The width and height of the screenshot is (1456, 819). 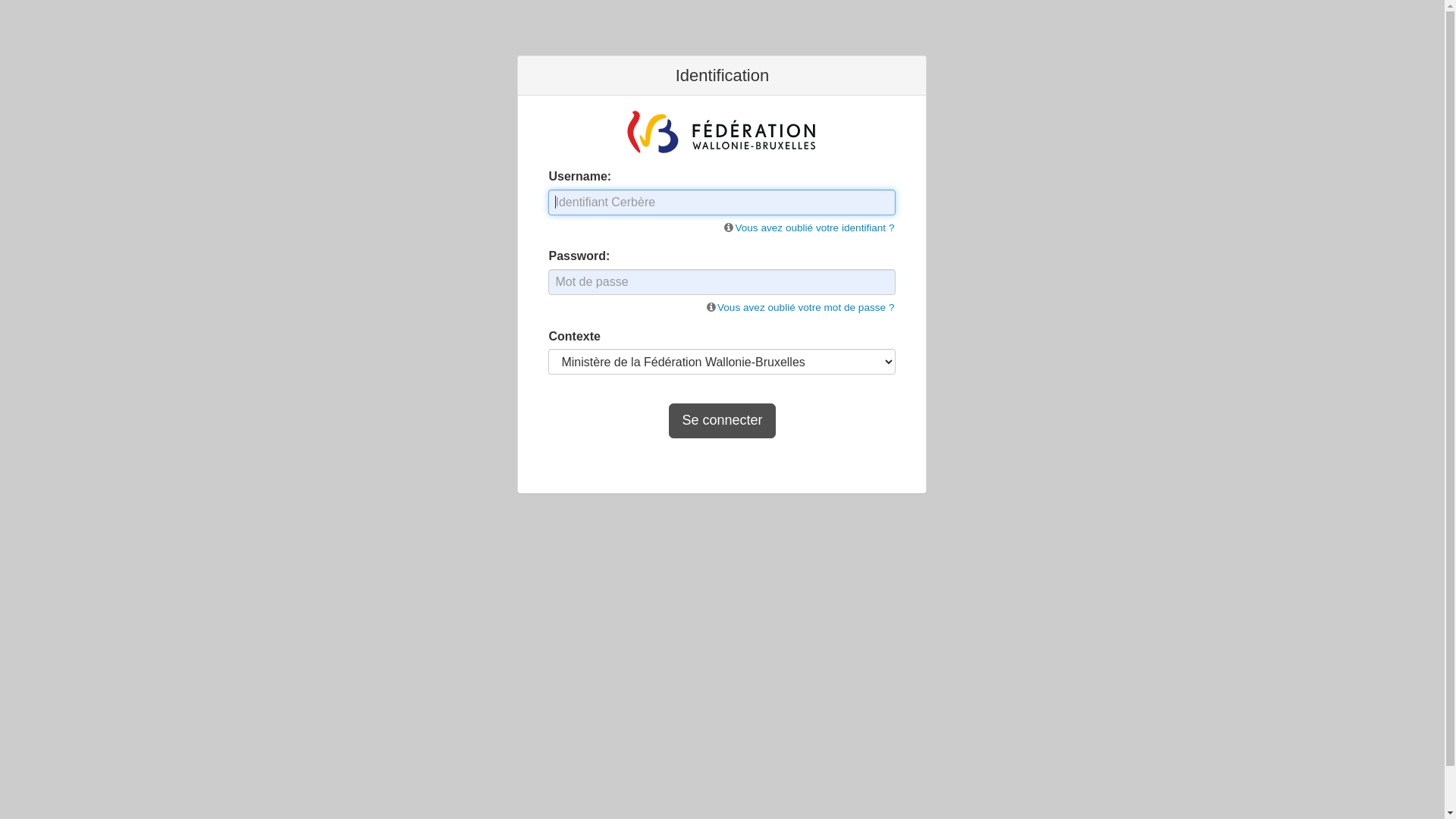 What do you see at coordinates (668, 421) in the screenshot?
I see `'Se connecter'` at bounding box center [668, 421].